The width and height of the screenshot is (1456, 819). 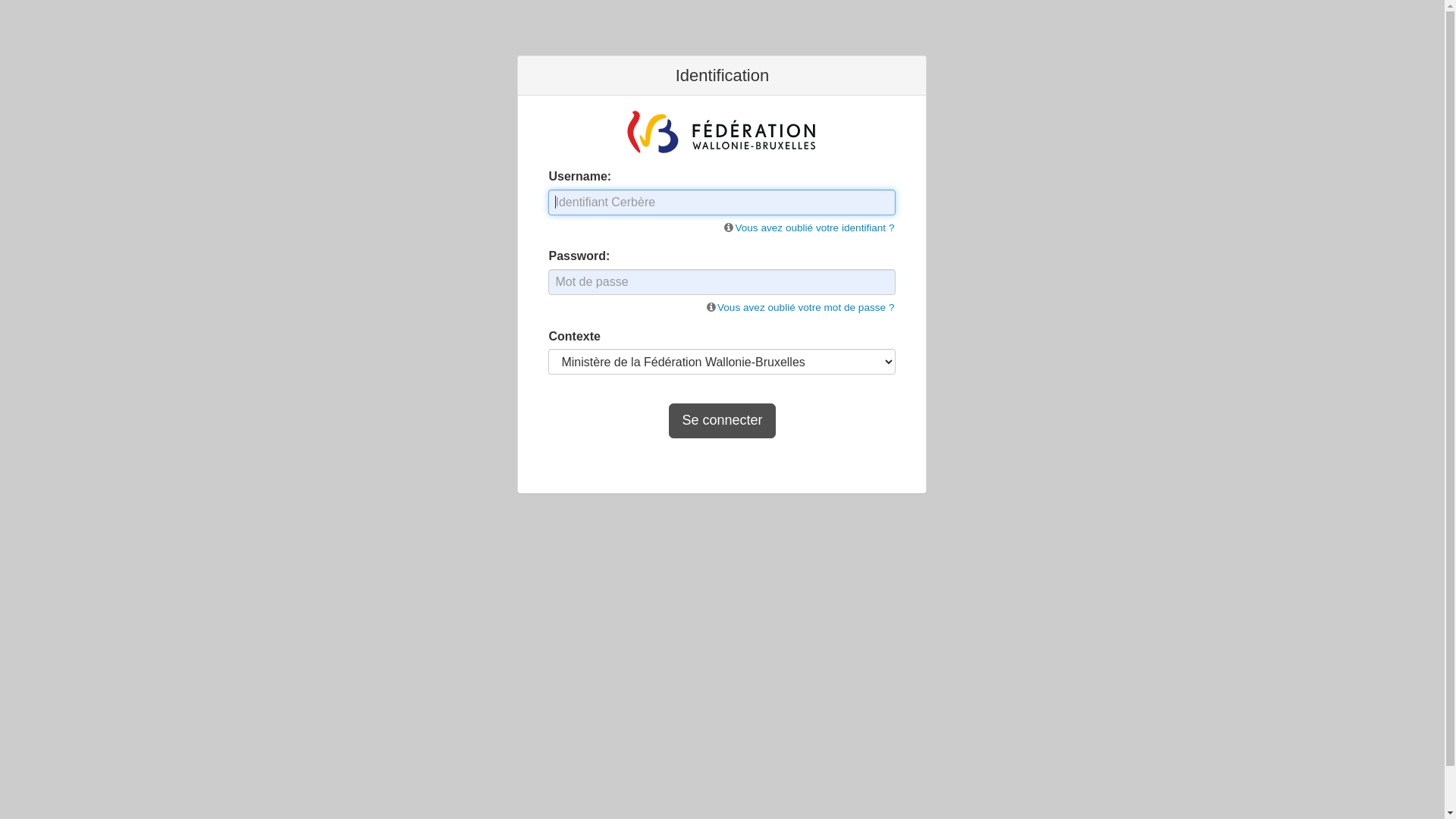 What do you see at coordinates (668, 421) in the screenshot?
I see `'Se connecter'` at bounding box center [668, 421].